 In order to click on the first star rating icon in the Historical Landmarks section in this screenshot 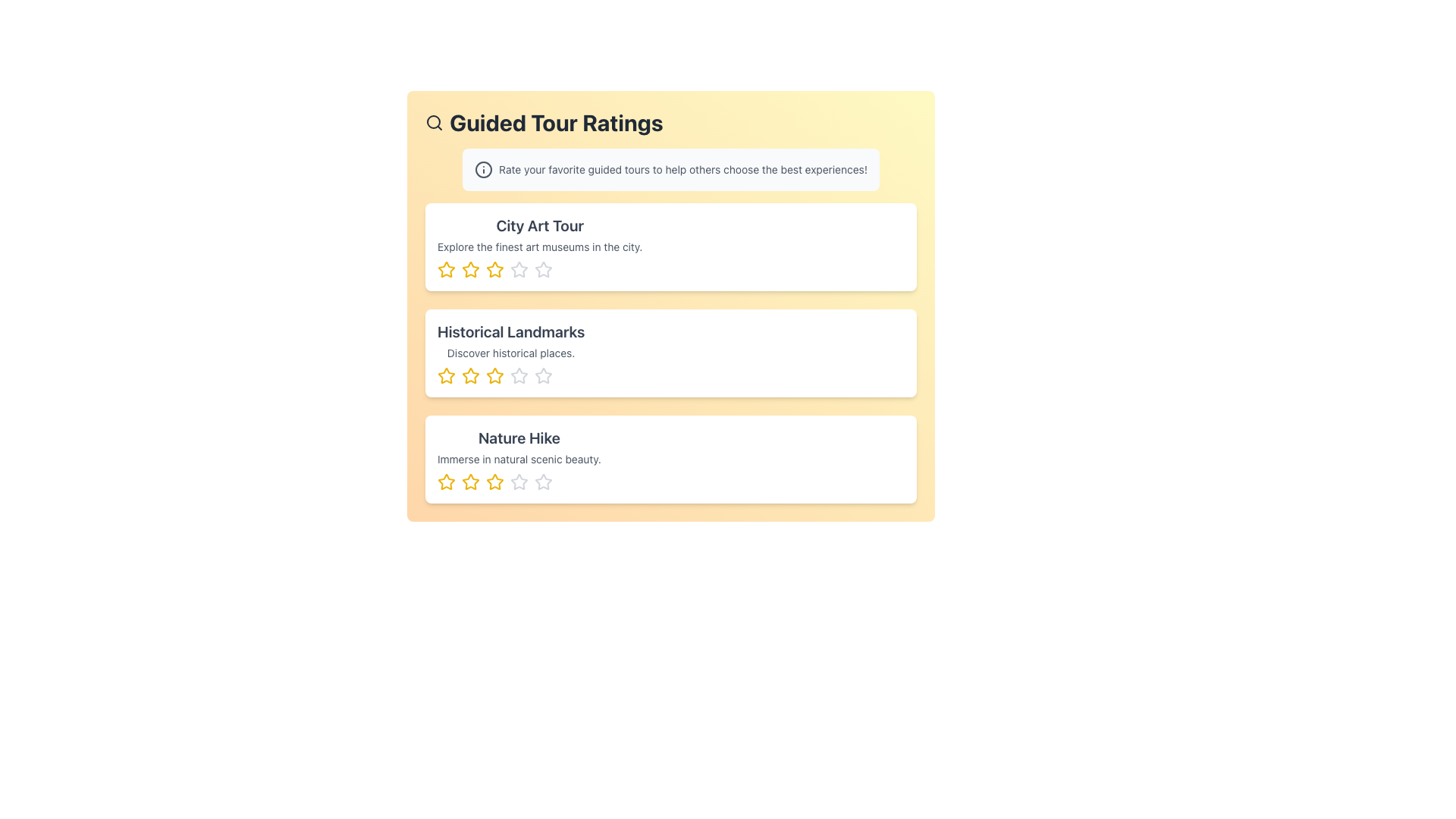, I will do `click(446, 375)`.